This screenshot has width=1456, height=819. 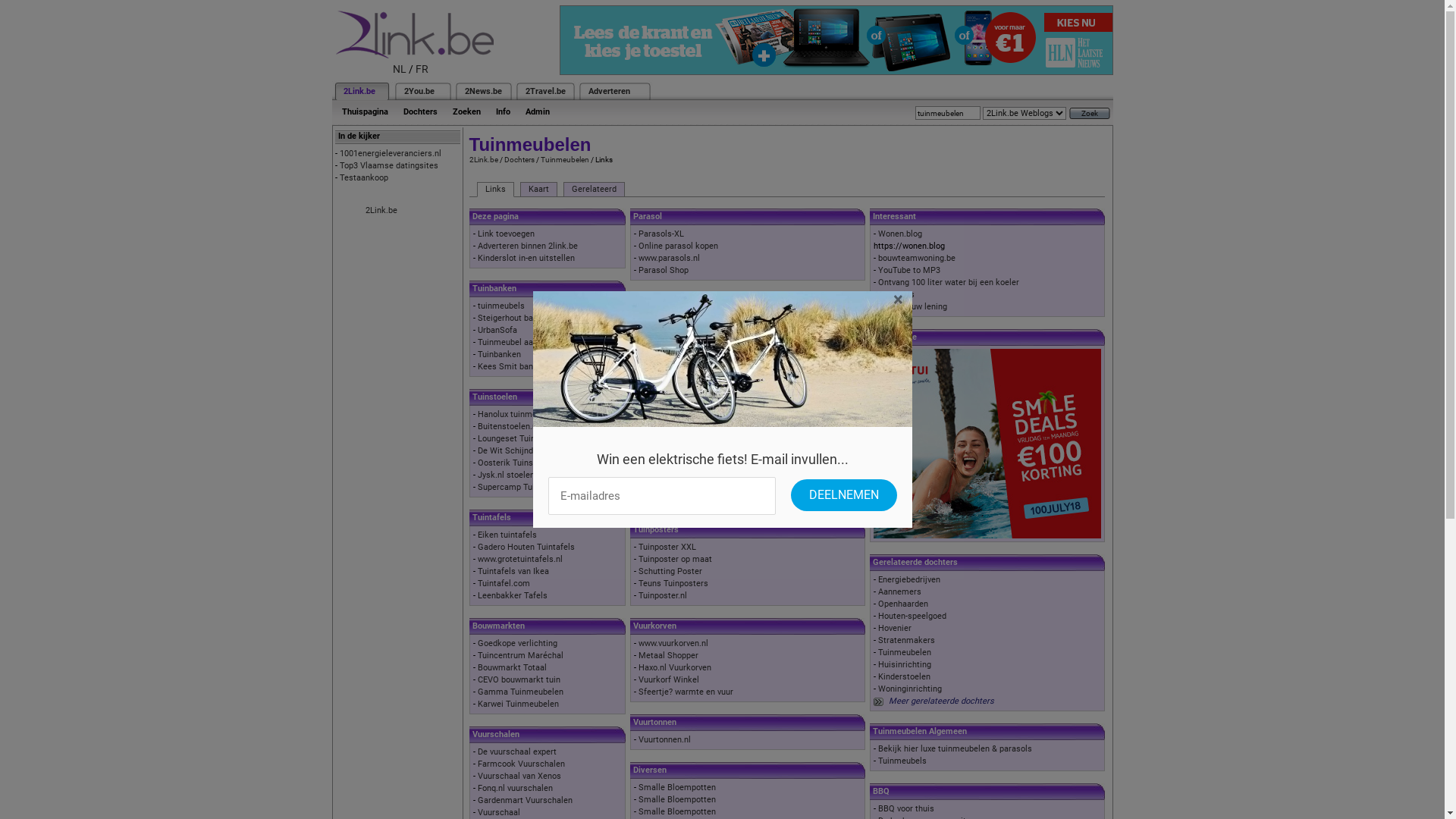 I want to click on 'Kaart', so click(x=538, y=189).